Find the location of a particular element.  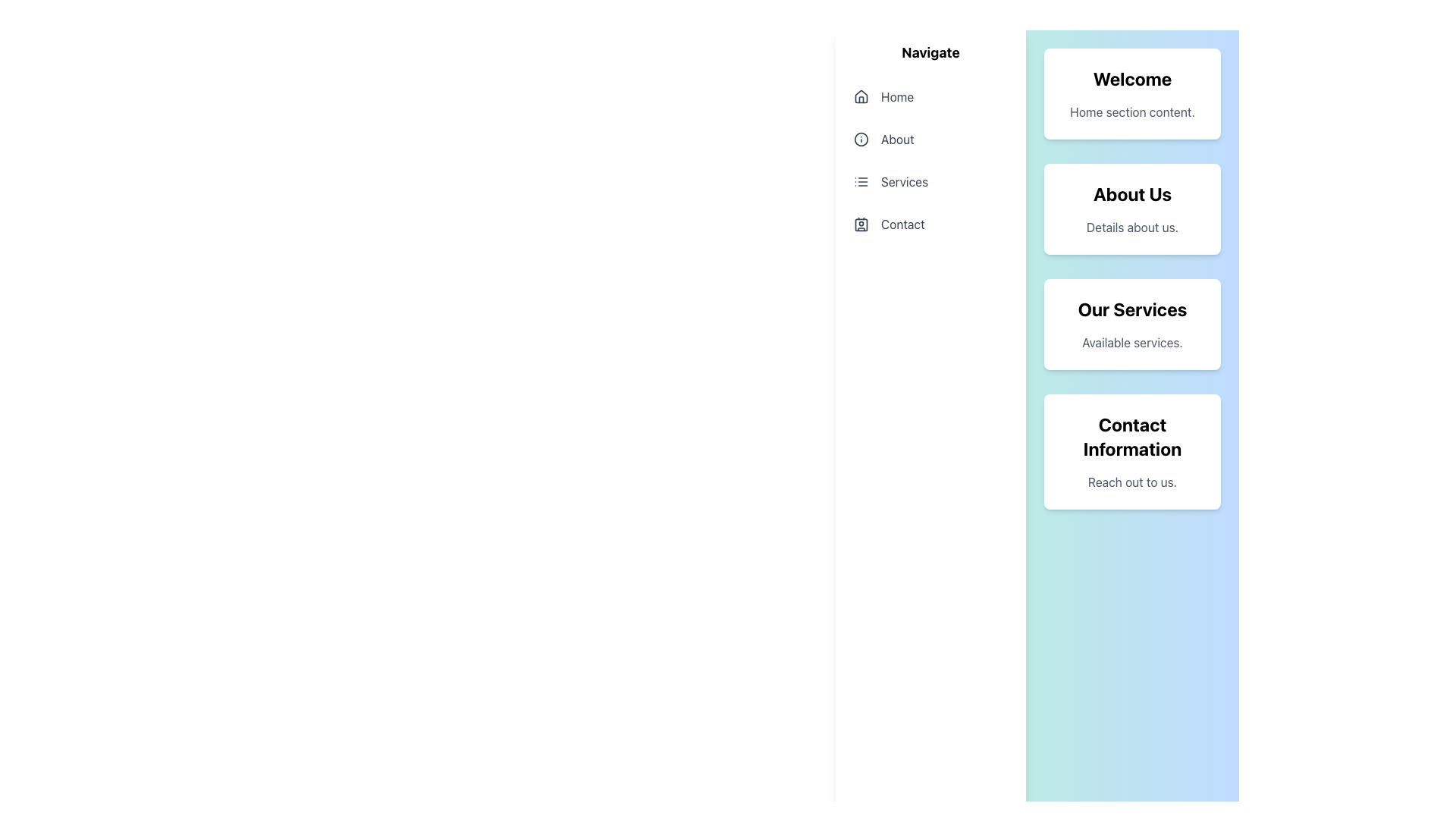

supplementary text located in the 'Contact Information' section, just below the bolded 'Contact Information' header in the rectangular card at the bottom of the rightmost column is located at coordinates (1132, 482).